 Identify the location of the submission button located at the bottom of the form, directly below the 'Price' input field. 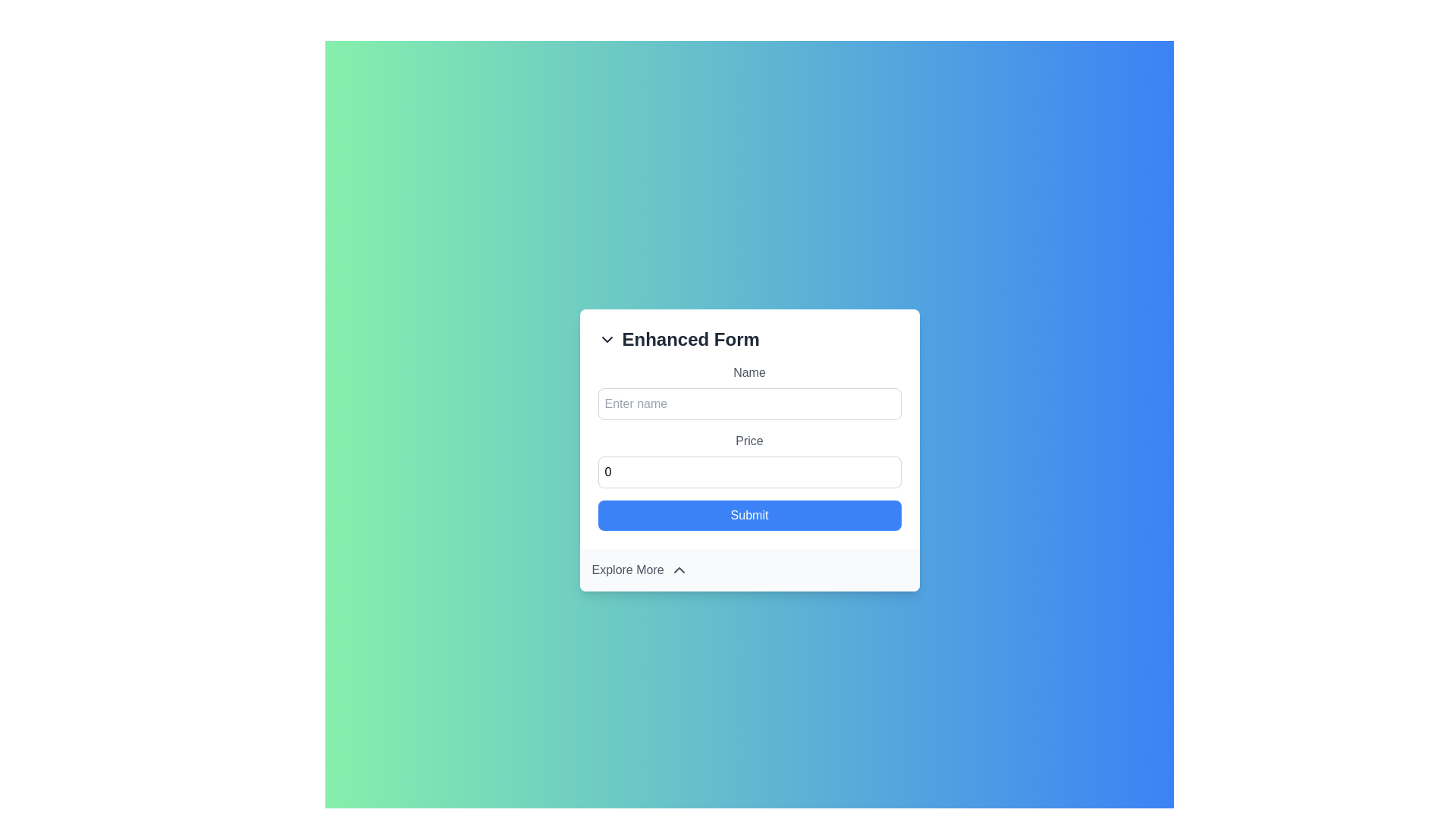
(749, 514).